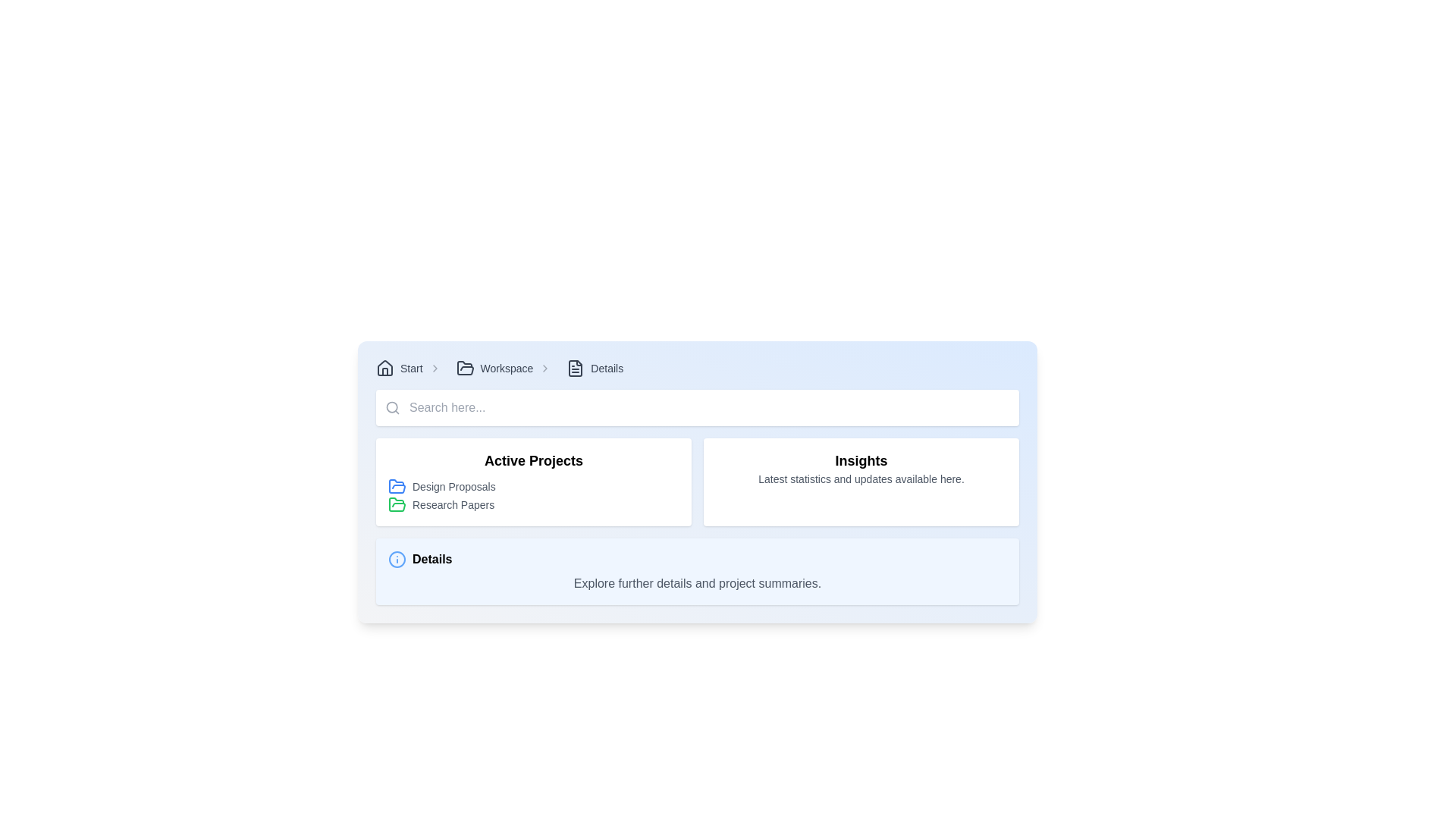 This screenshot has height=819, width=1456. Describe the element at coordinates (385, 368) in the screenshot. I see `the vector graphic indicator located at the top-left corner of the interface within the navigational header, which represents the starting point of the application's navigation system` at that location.